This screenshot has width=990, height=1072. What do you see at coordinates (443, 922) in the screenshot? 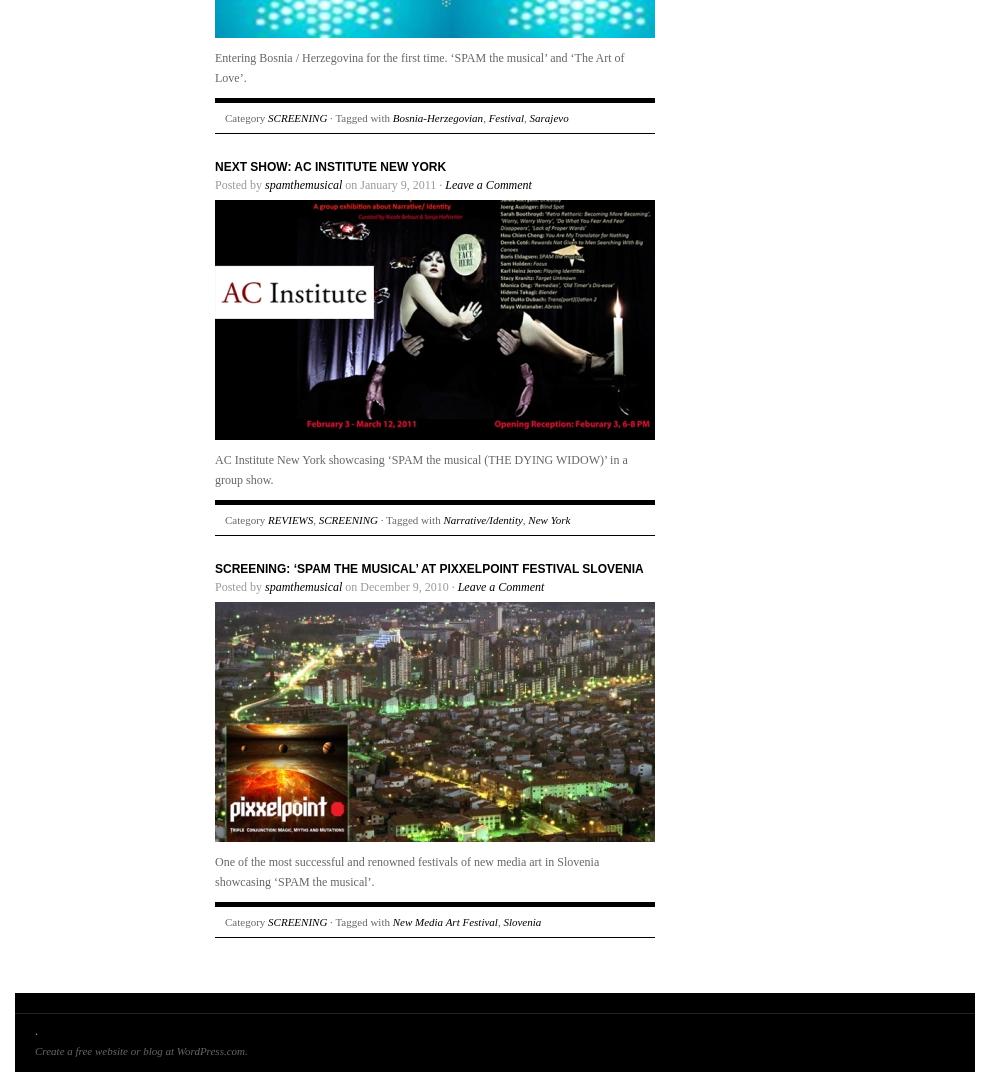
I see `'New Media Art Festival'` at bounding box center [443, 922].